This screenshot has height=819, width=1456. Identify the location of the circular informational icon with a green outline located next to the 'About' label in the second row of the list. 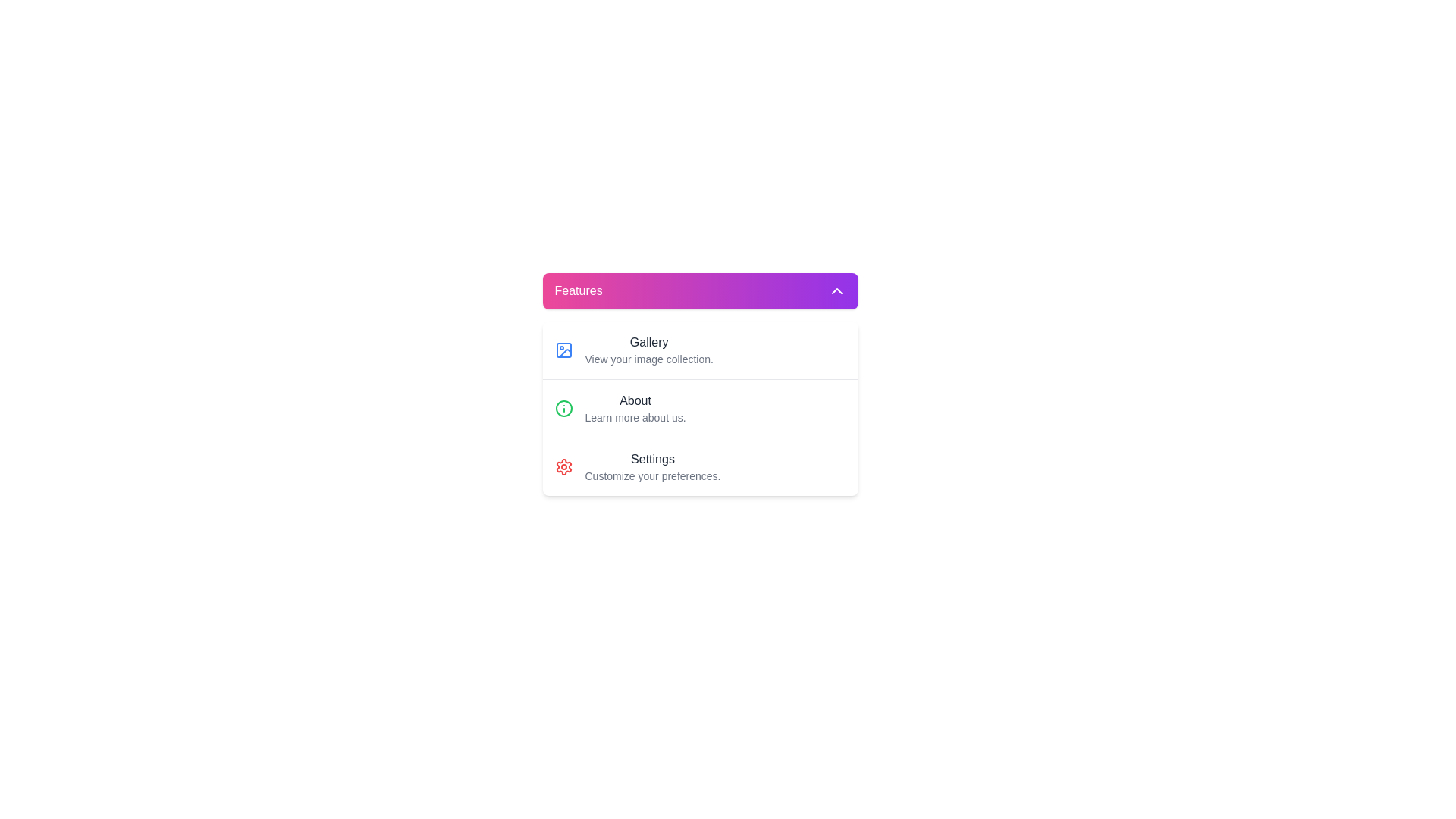
(563, 408).